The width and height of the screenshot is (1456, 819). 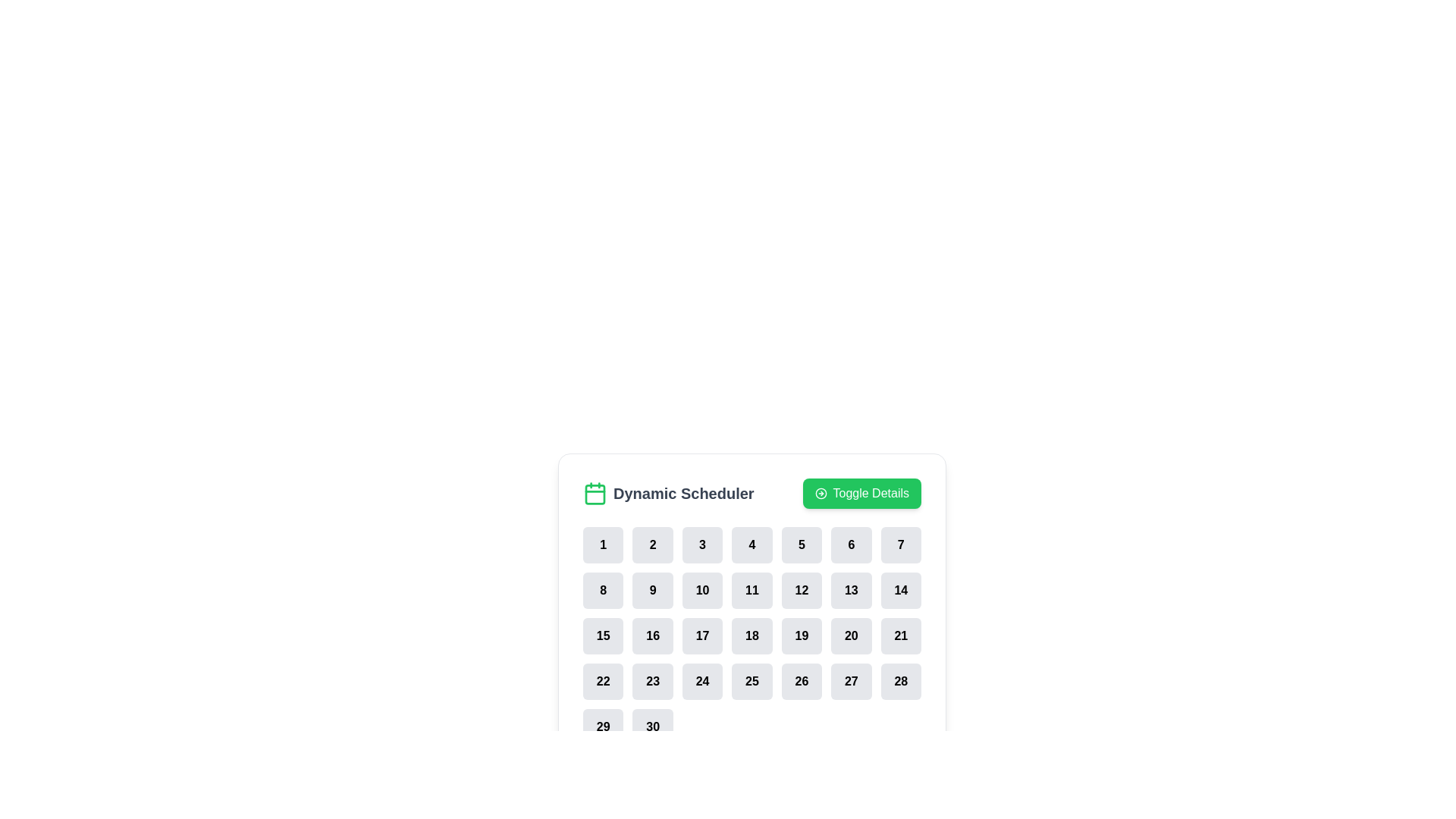 I want to click on the button representing the date '22', located in the fifth row and first column of a grid layout, so click(x=602, y=680).